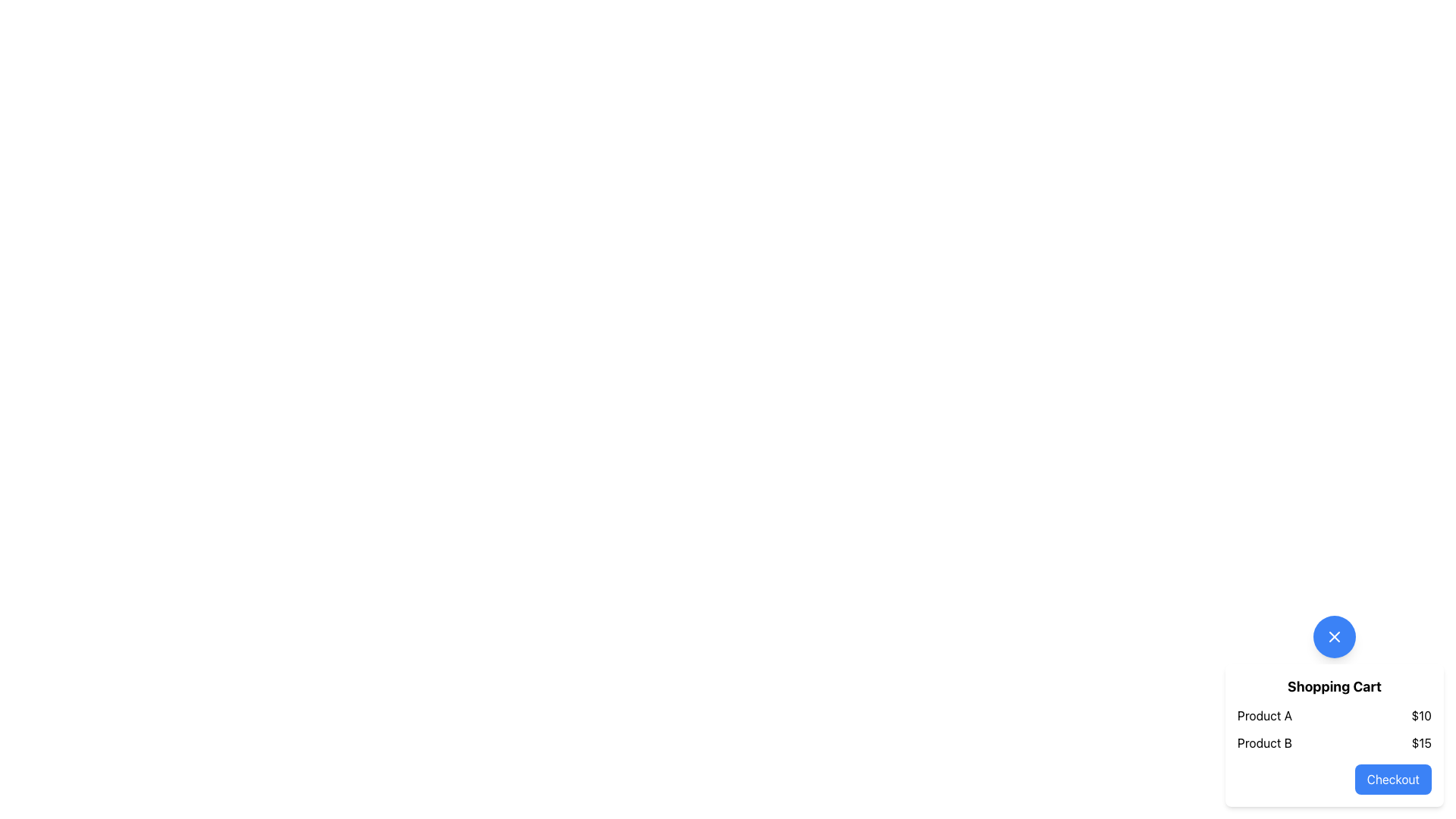  What do you see at coordinates (1393, 780) in the screenshot?
I see `the 'Checkout' button with a blue background and white text located at the bottom-right corner of the shopping cart section` at bounding box center [1393, 780].